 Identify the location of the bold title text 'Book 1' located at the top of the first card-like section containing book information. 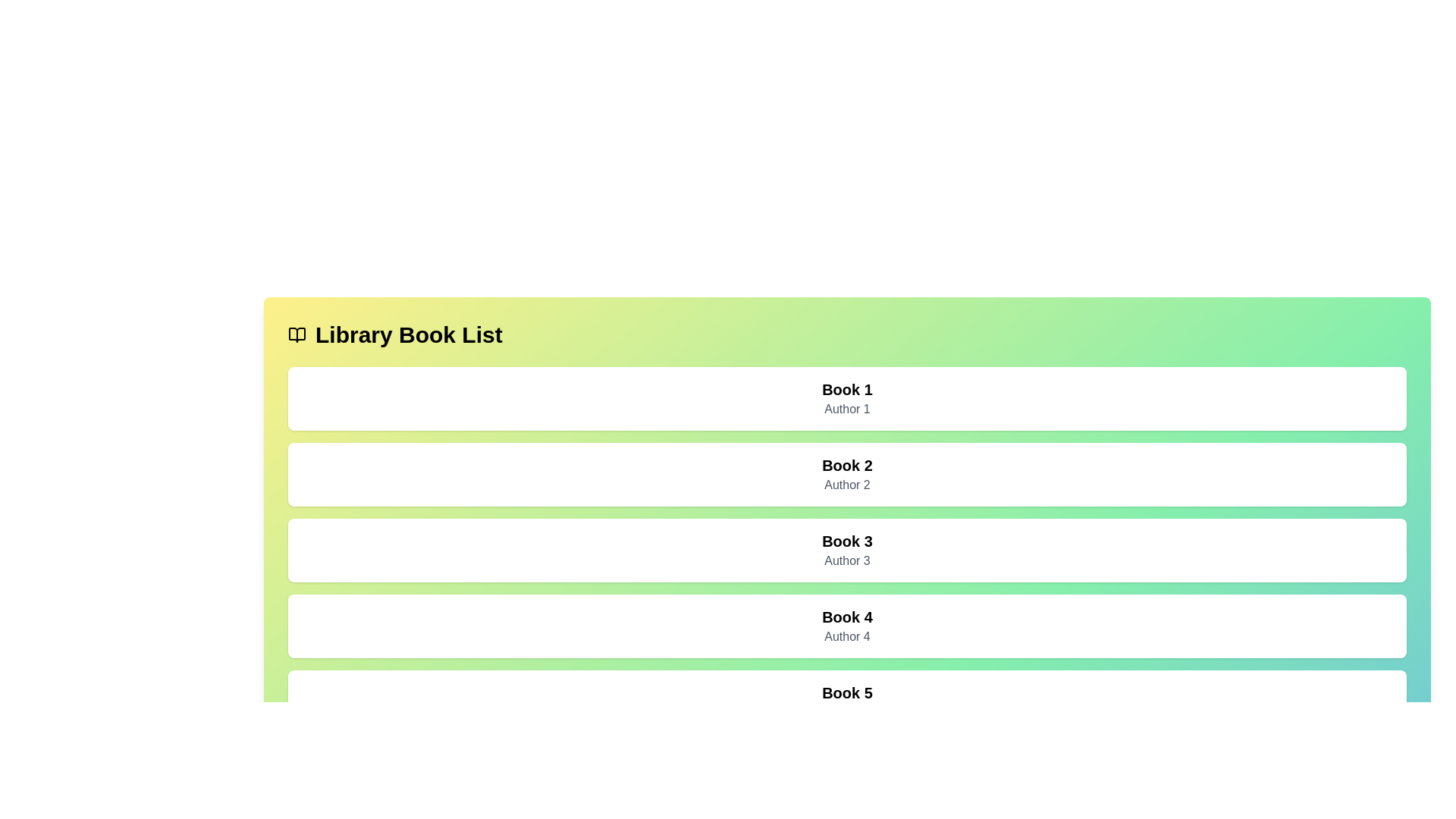
(846, 388).